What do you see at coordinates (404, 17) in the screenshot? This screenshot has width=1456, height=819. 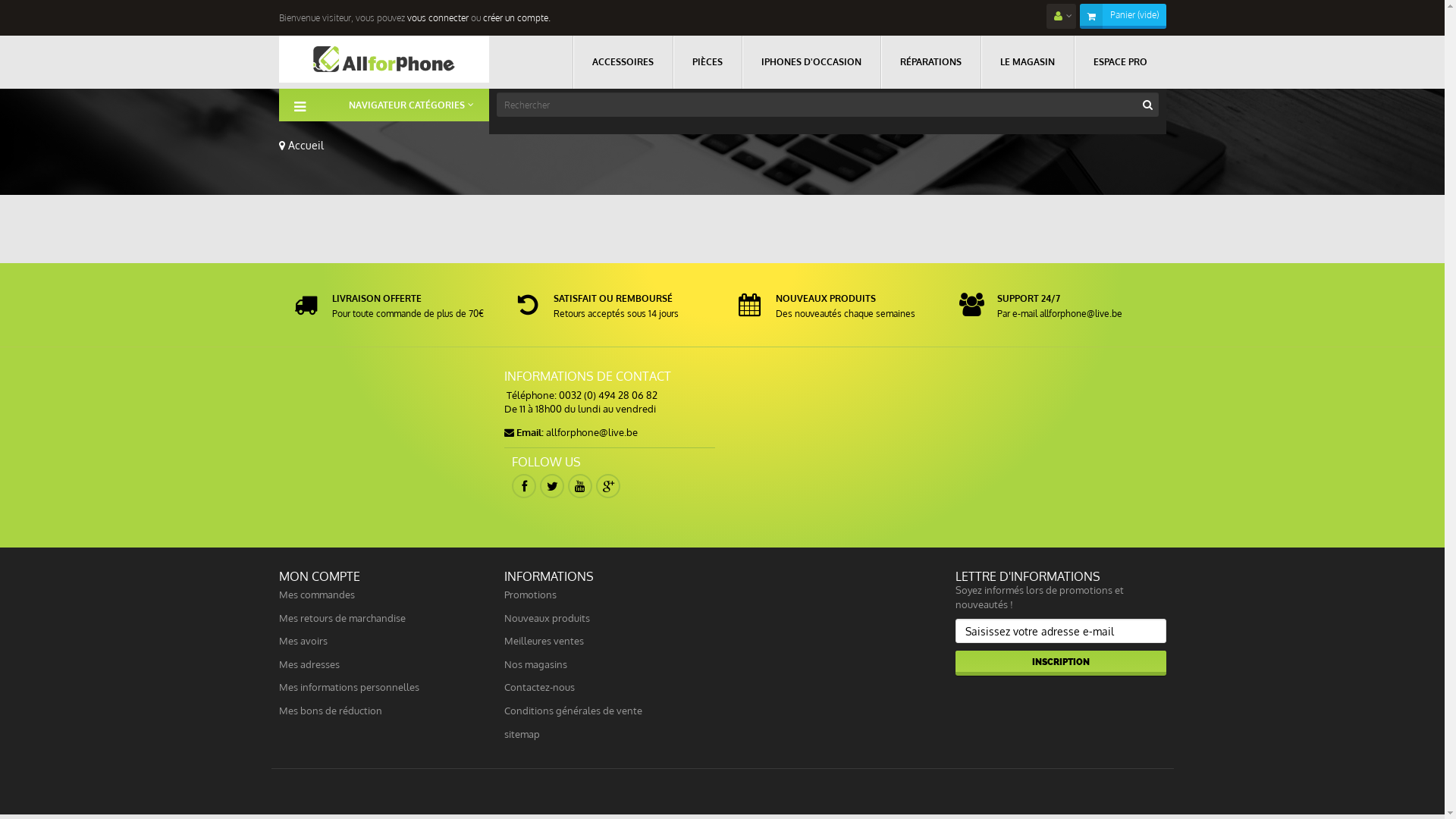 I see `'vous connecter'` at bounding box center [404, 17].